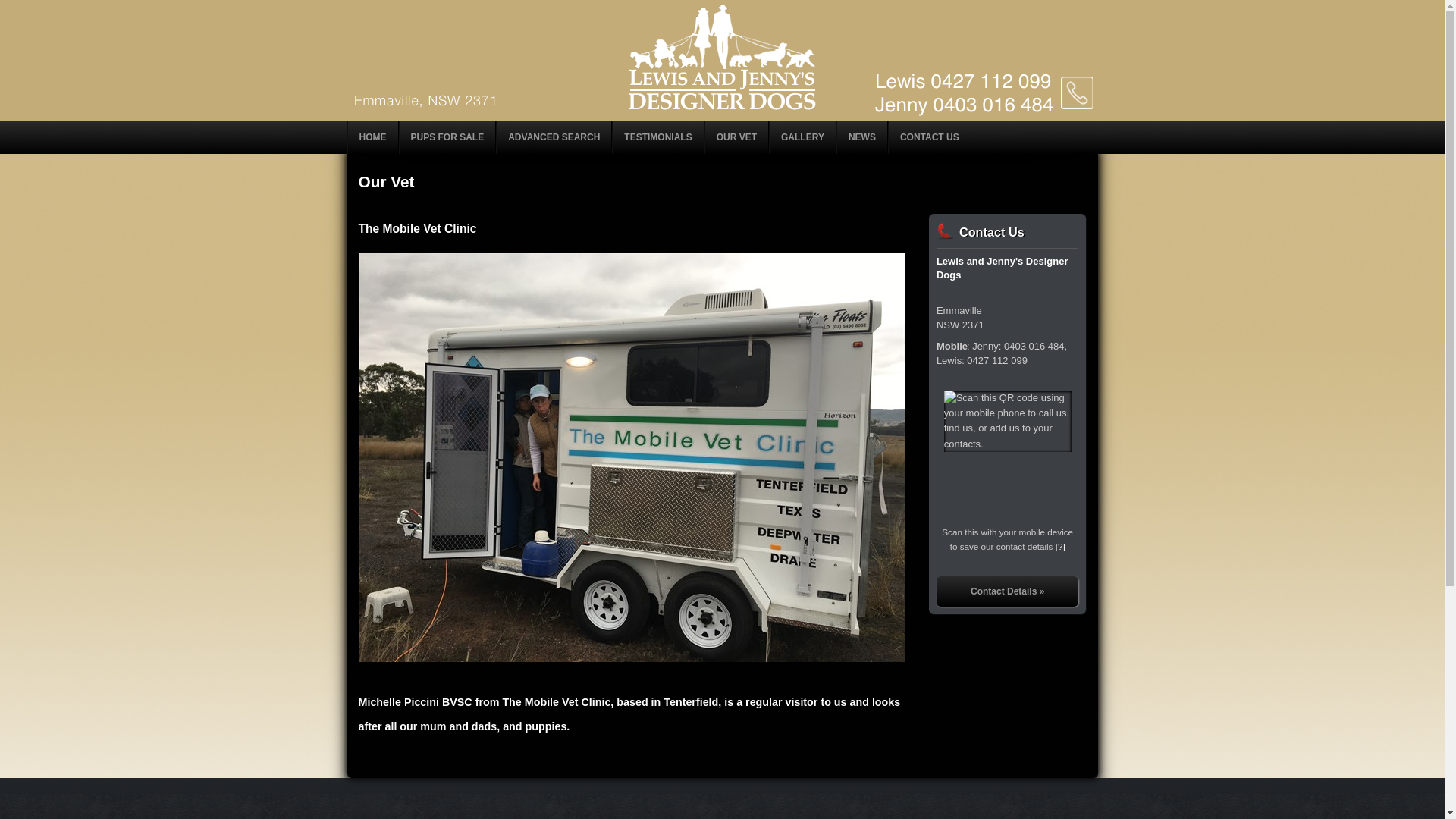 This screenshot has height=819, width=1456. Describe the element at coordinates (1059, 546) in the screenshot. I see `'[?]'` at that location.